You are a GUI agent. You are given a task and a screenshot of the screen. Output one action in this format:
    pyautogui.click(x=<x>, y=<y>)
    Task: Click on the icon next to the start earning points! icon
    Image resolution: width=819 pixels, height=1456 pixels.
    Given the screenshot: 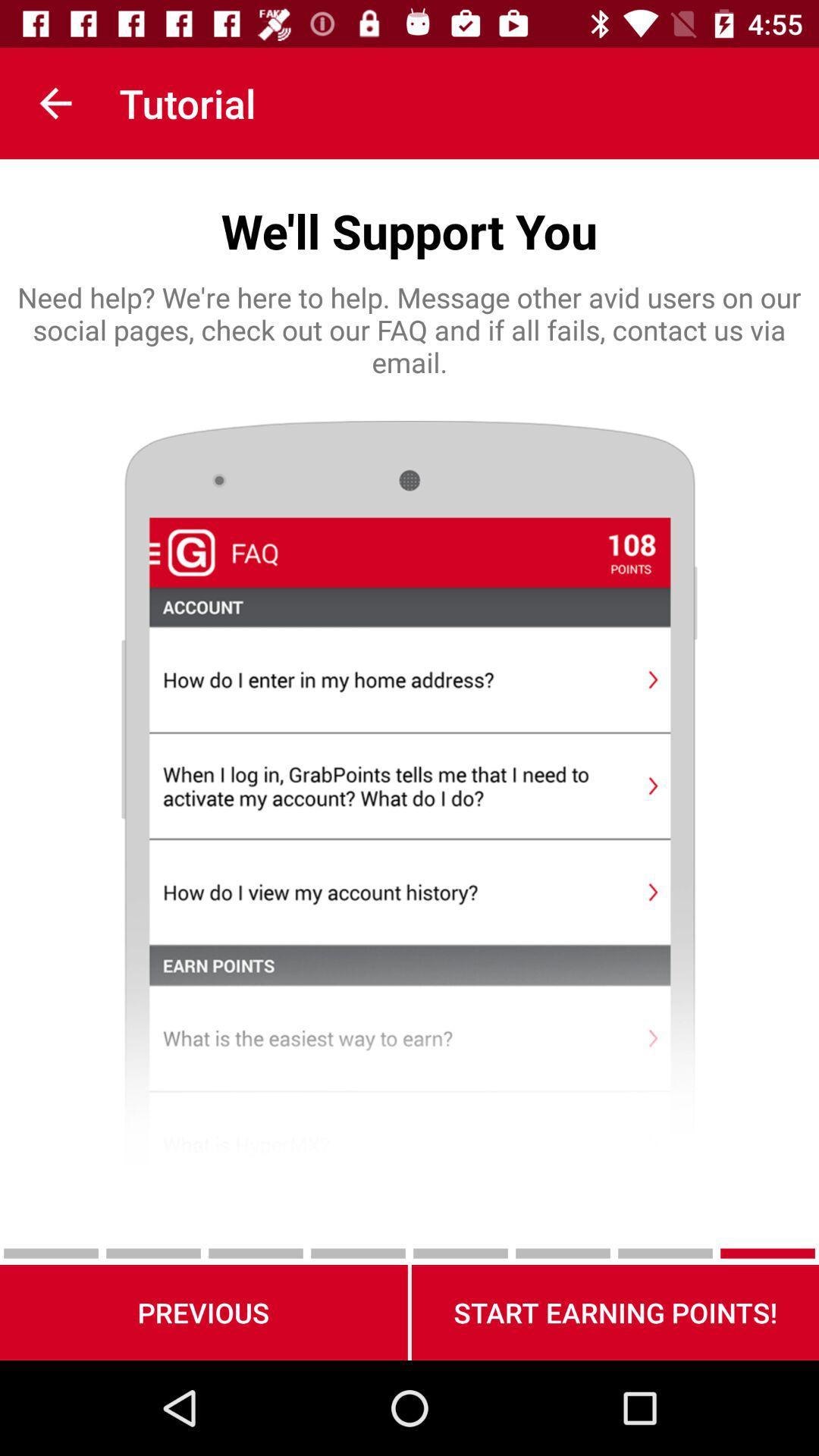 What is the action you would take?
    pyautogui.click(x=202, y=1312)
    